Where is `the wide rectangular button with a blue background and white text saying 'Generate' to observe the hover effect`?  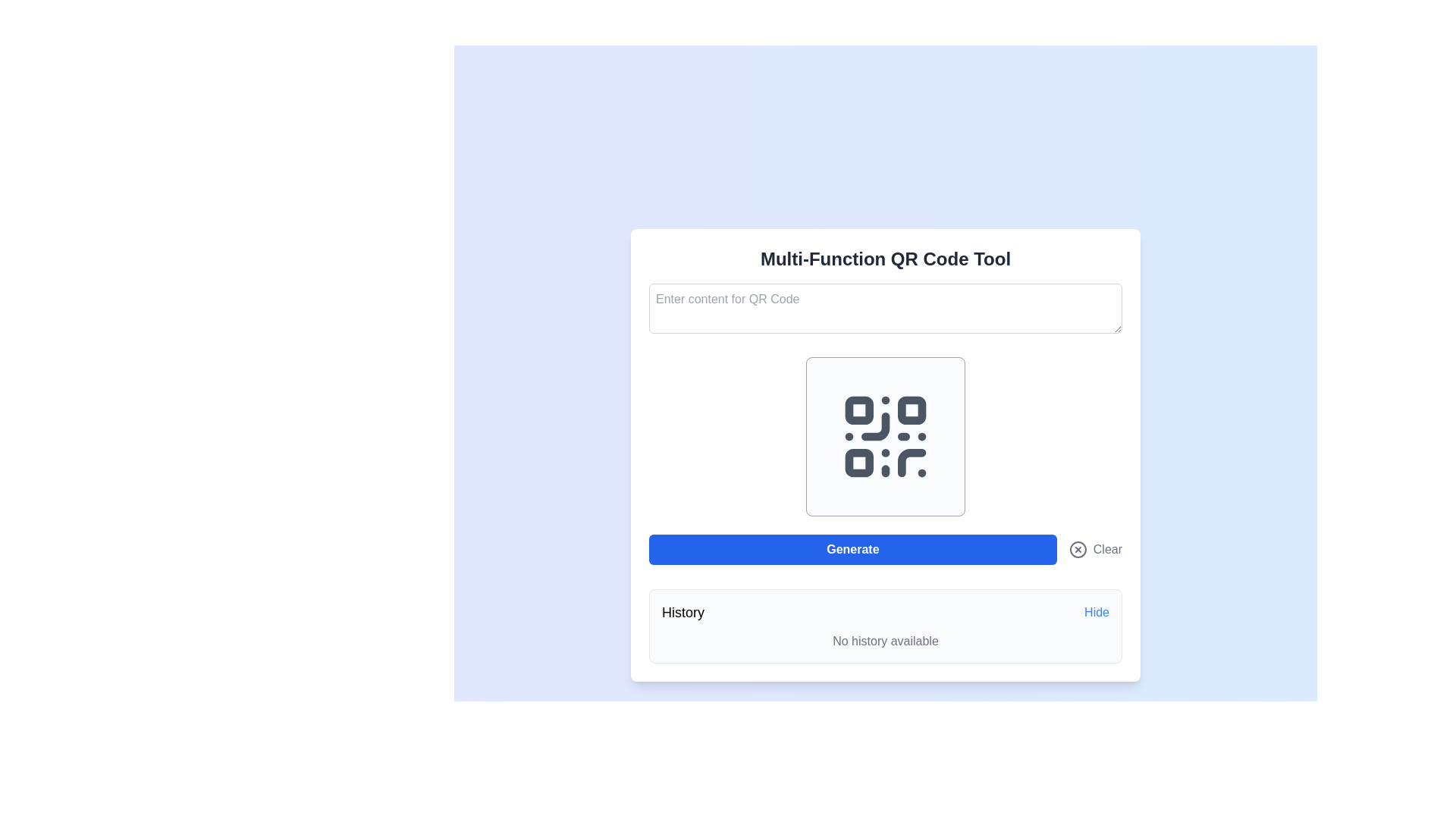 the wide rectangular button with a blue background and white text saying 'Generate' to observe the hover effect is located at coordinates (852, 549).